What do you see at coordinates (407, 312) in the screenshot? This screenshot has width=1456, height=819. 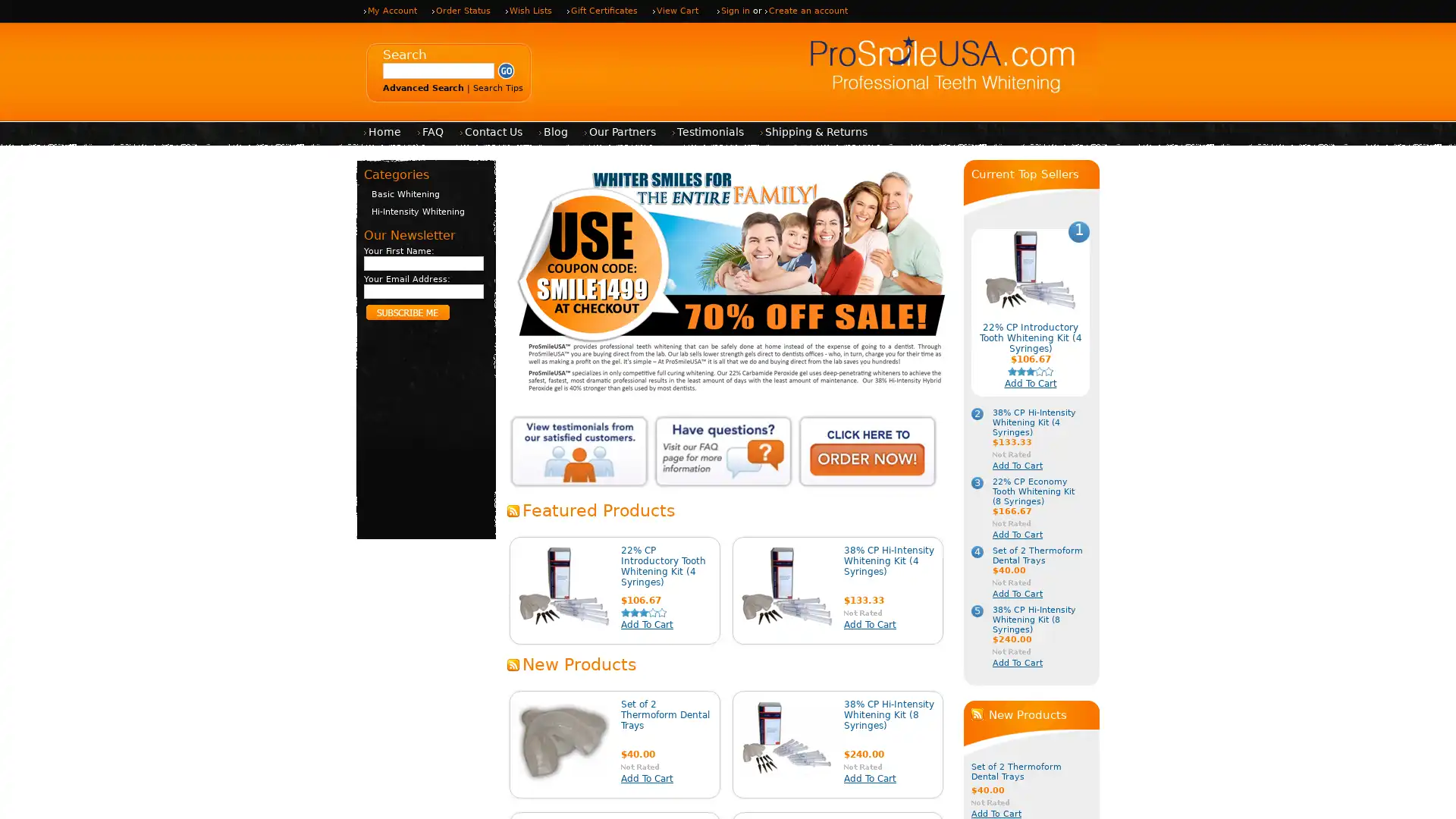 I see `Subscribe` at bounding box center [407, 312].